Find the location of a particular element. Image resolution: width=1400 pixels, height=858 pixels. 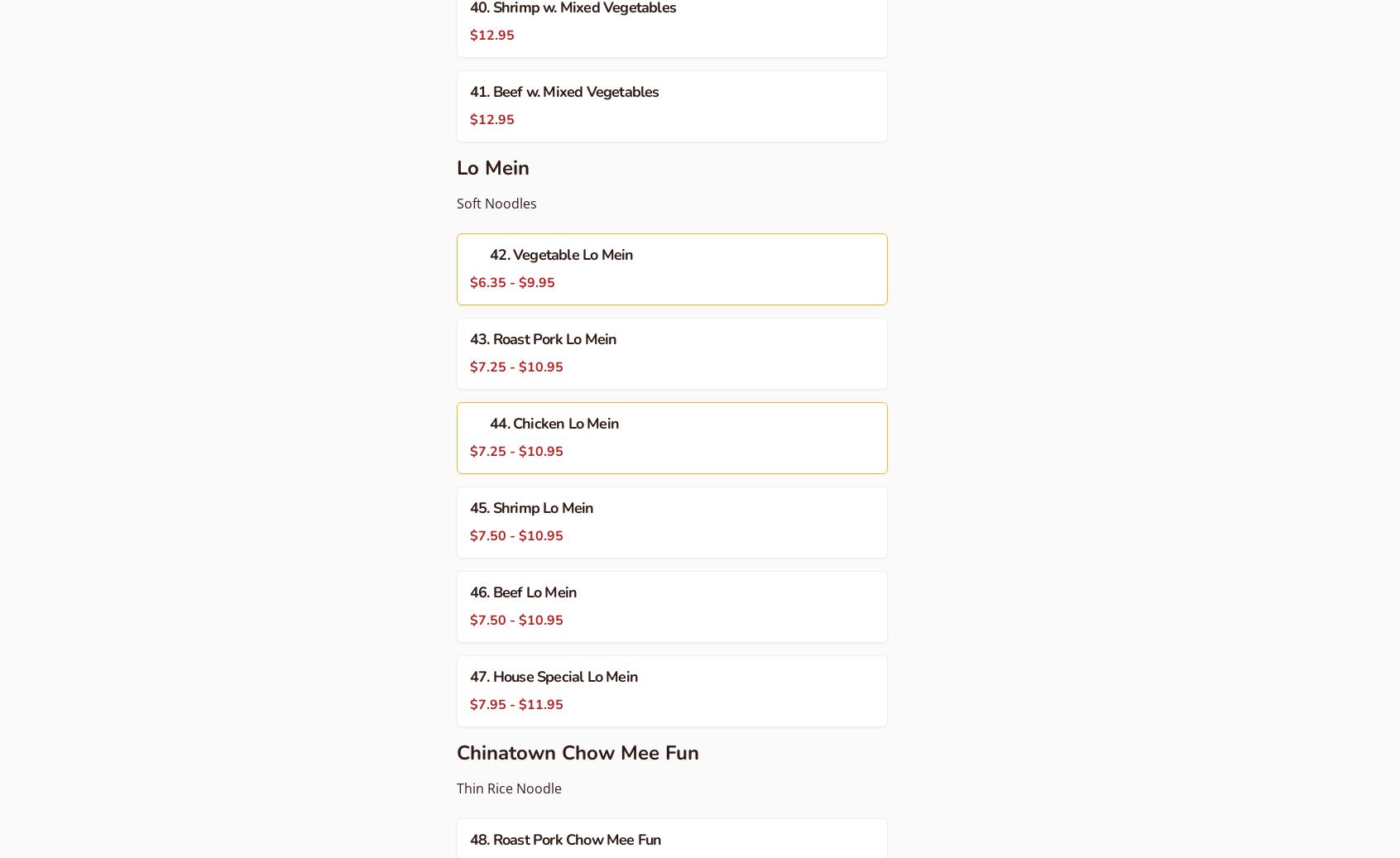

'$7.95 - $11.95' is located at coordinates (515, 704).